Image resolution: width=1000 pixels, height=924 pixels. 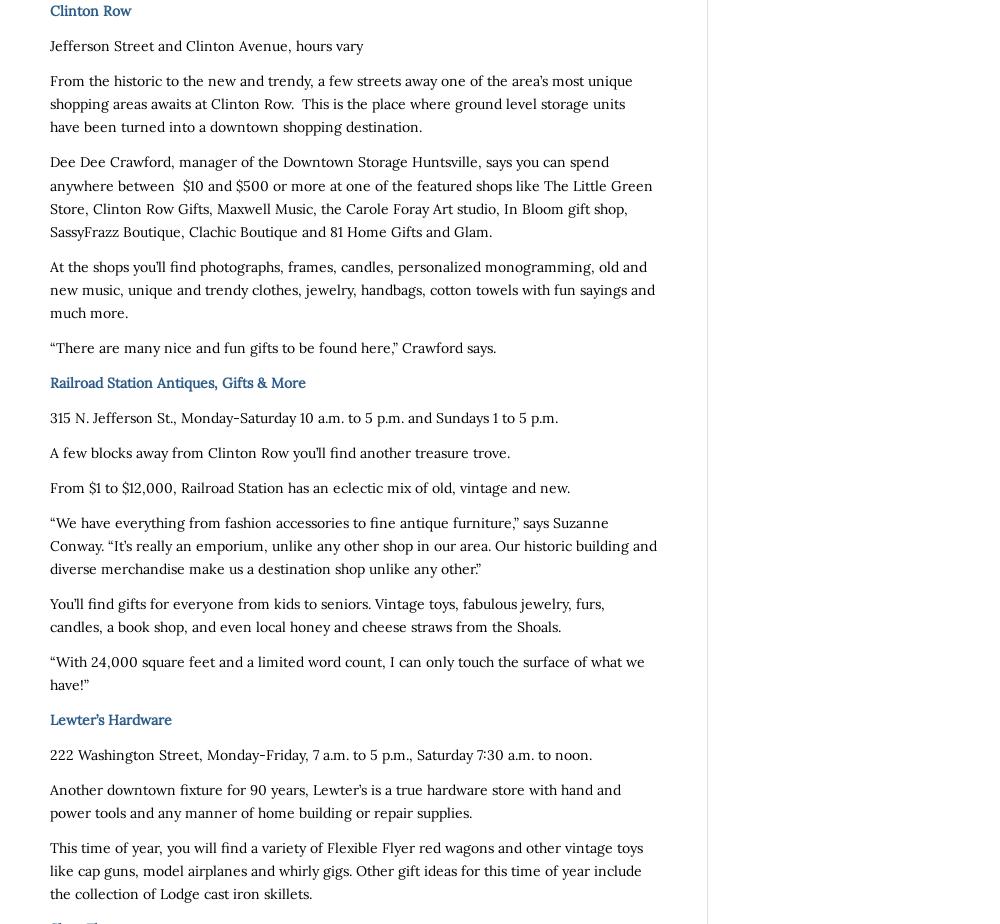 What do you see at coordinates (50, 196) in the screenshot?
I see `'Dee Dee Crawford, manager of the Downtown Storage Huntsville, says you can spend anywhere between  $10 and $500 or more at one of the featured shops like The Little Green Store, Clinton Row Gifts, Maxwell Music, the Carole Foray Art studio, In Bloom gift shop, SassyFrazz Boutique, Clachic Boutique and 81 Home Gifts and Glam.'` at bounding box center [50, 196].